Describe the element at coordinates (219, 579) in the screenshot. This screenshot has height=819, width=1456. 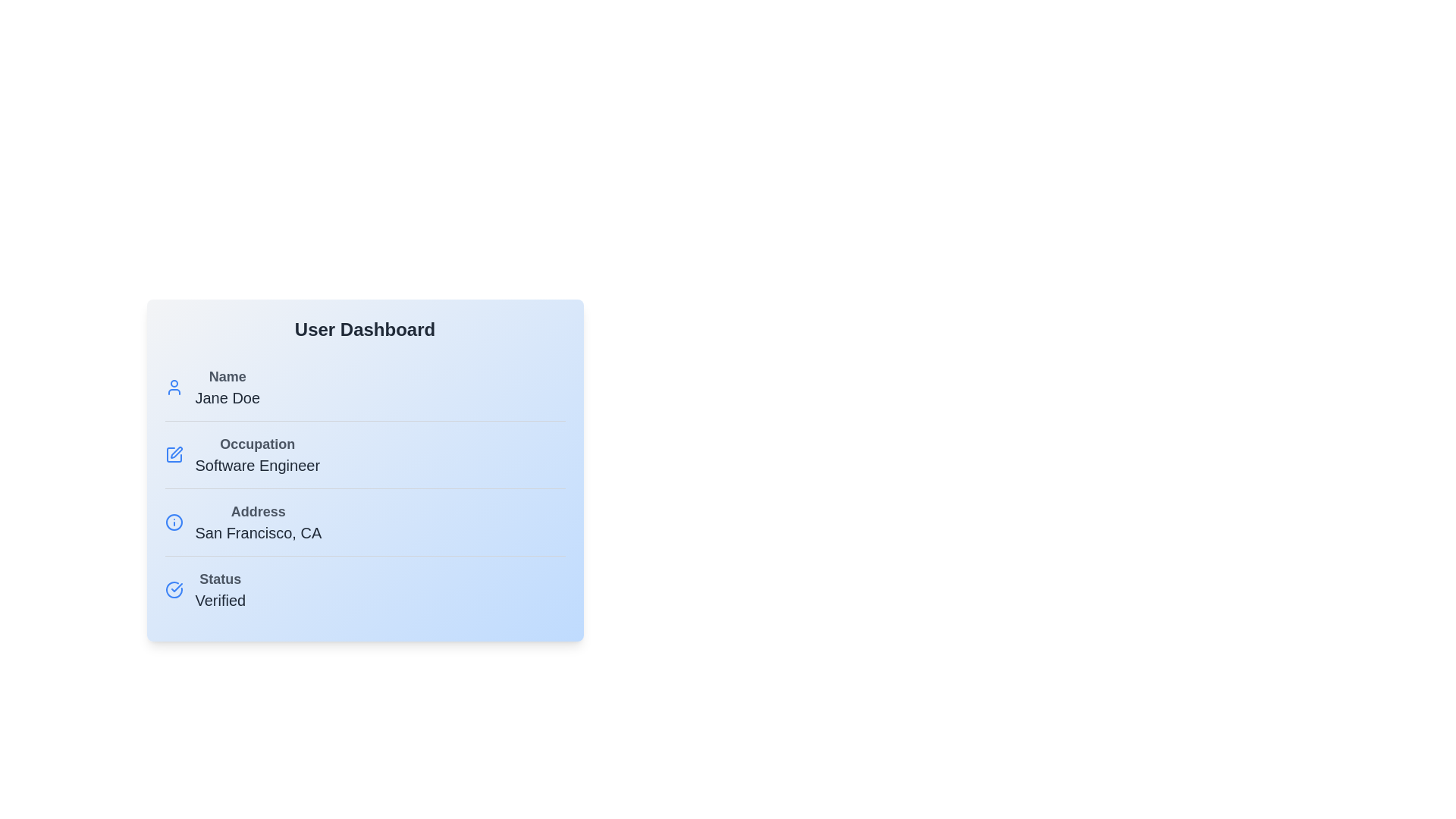
I see `the 'Status' text label which is styled with a gray font color, bold weight, and medium size, located at the bottom of the user card layout` at that location.